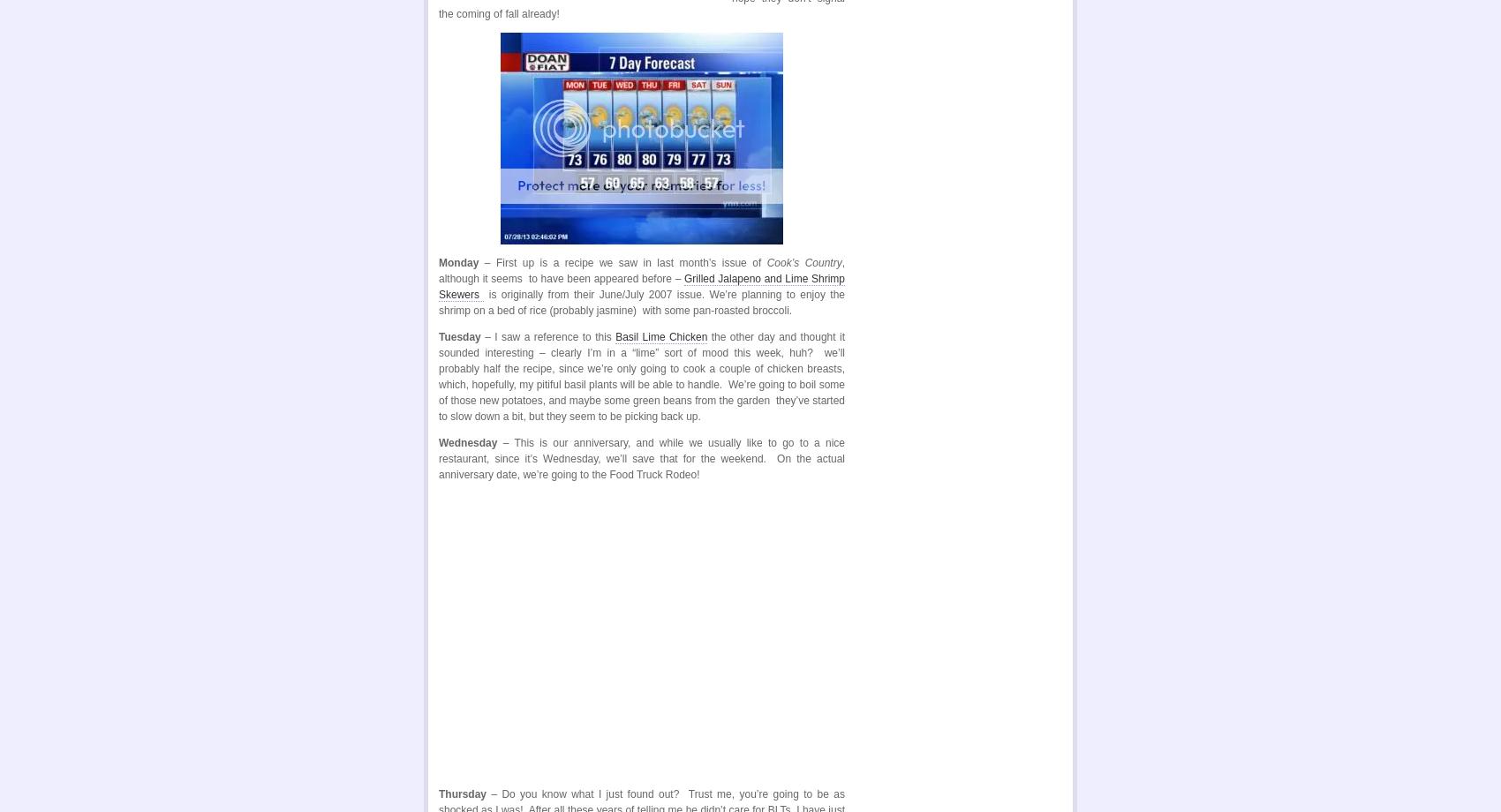 The width and height of the screenshot is (1501, 812). I want to click on 'Monday', so click(458, 262).